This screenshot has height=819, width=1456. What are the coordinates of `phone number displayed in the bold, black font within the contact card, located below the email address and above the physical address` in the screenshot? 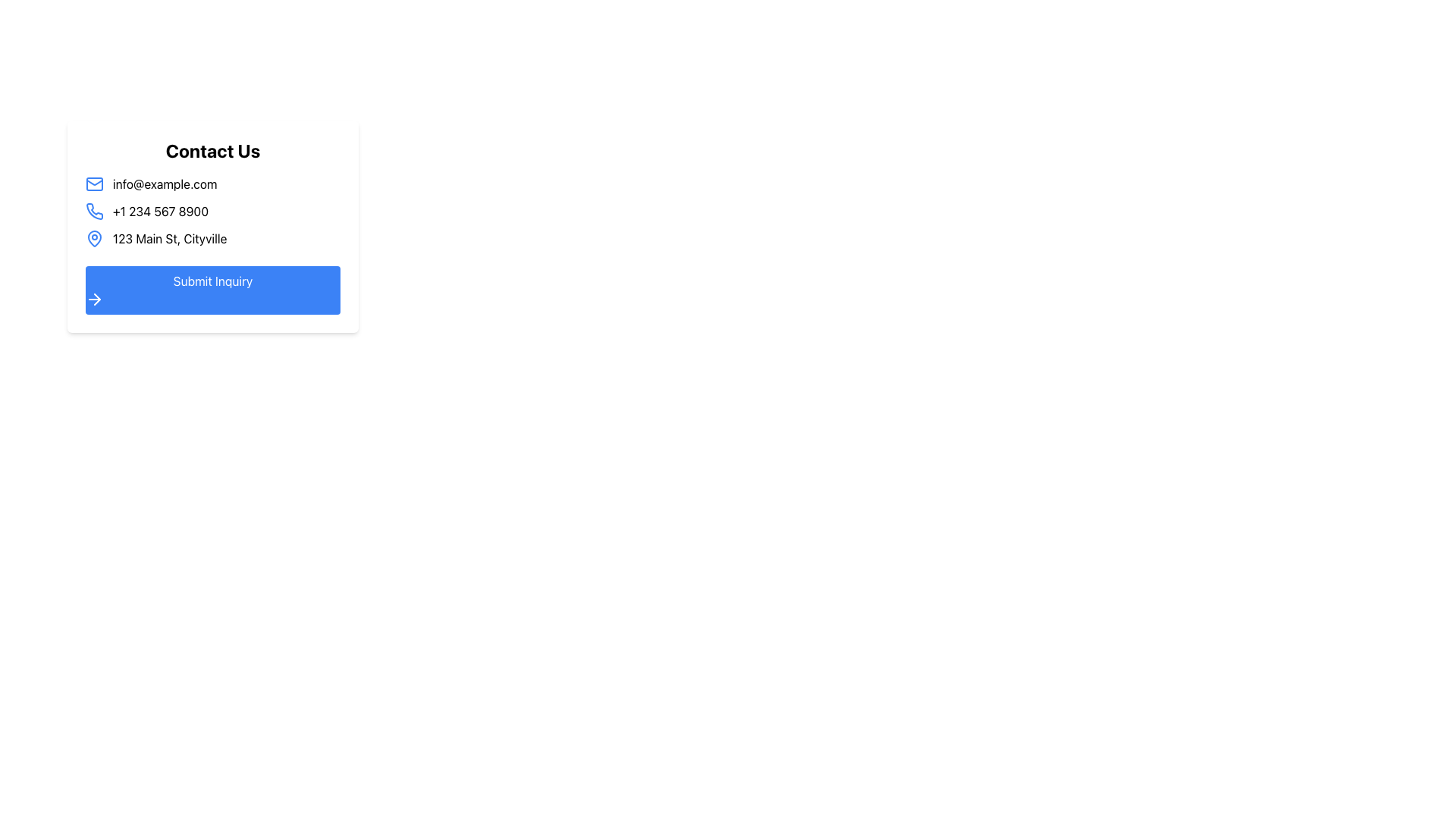 It's located at (160, 211).